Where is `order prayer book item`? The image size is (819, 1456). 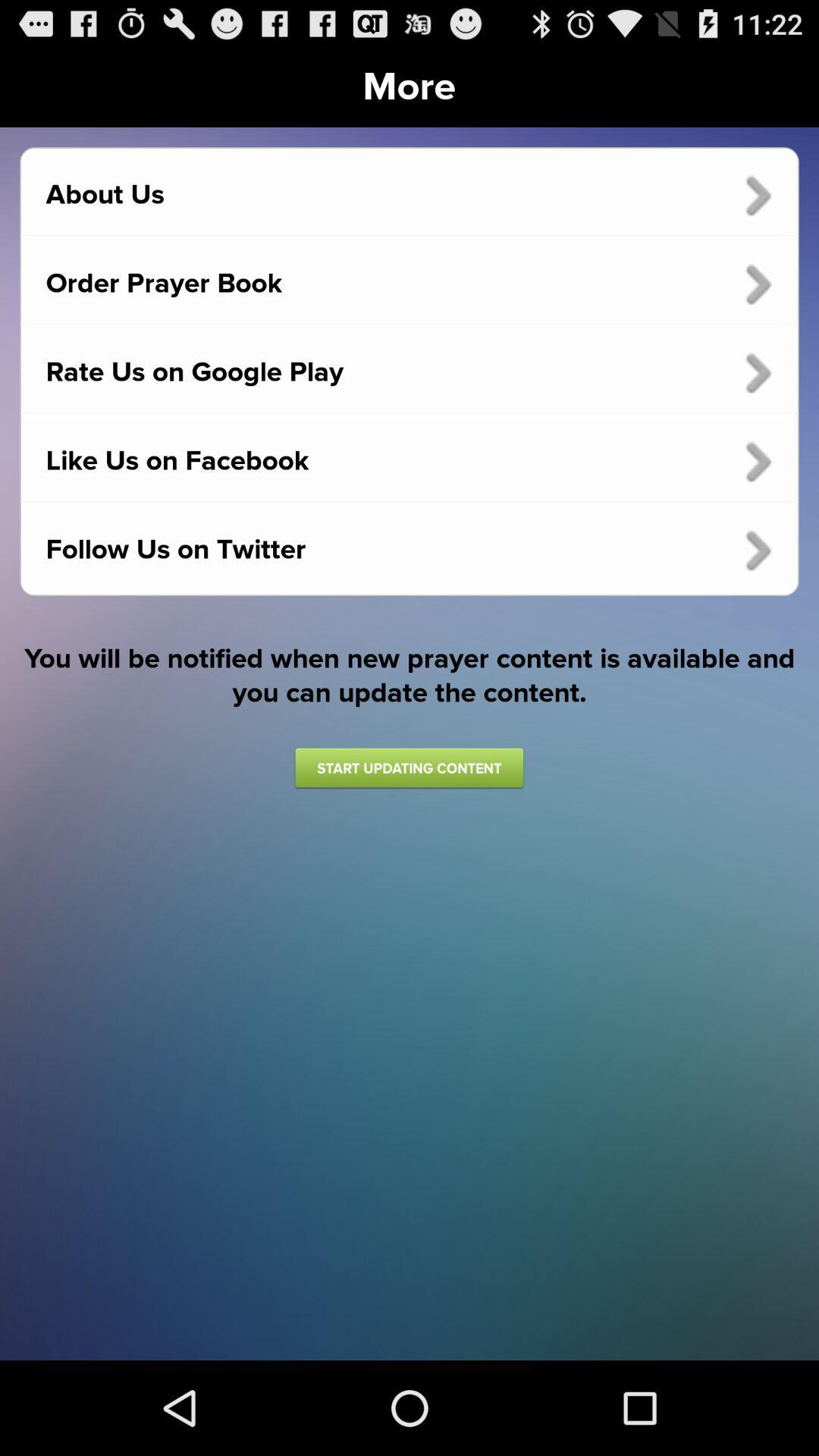 order prayer book item is located at coordinates (409, 284).